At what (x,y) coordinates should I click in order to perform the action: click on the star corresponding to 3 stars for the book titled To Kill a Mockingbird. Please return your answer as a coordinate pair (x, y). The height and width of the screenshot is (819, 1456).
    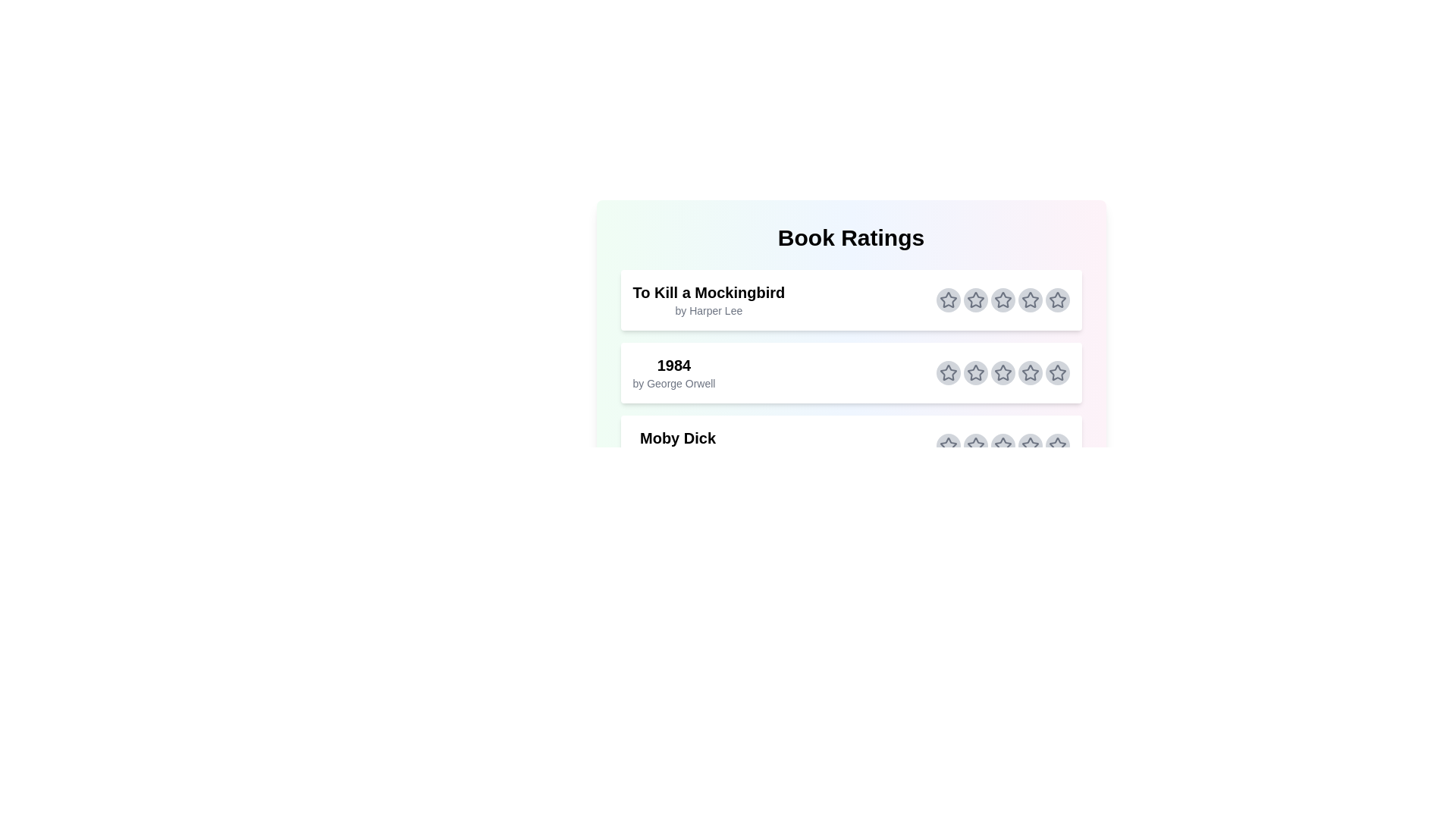
    Looking at the image, I should click on (1003, 300).